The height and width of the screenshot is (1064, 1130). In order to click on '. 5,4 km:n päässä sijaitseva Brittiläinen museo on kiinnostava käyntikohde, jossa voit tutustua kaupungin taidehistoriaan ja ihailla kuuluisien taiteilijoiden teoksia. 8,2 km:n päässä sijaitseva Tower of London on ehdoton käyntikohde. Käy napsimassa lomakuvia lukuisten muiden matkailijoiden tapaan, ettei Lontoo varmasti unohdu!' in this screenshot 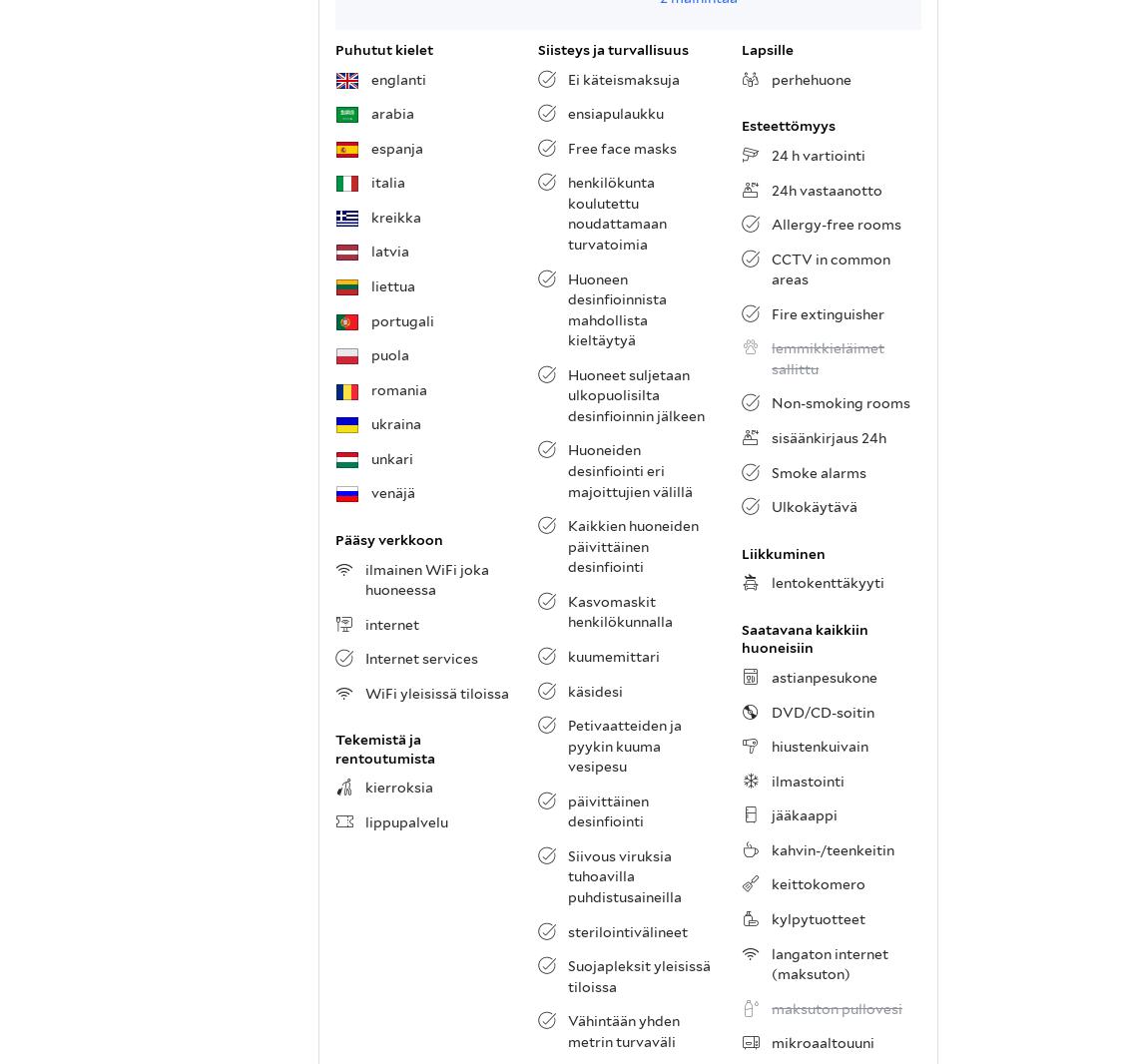, I will do `click(622, 543)`.